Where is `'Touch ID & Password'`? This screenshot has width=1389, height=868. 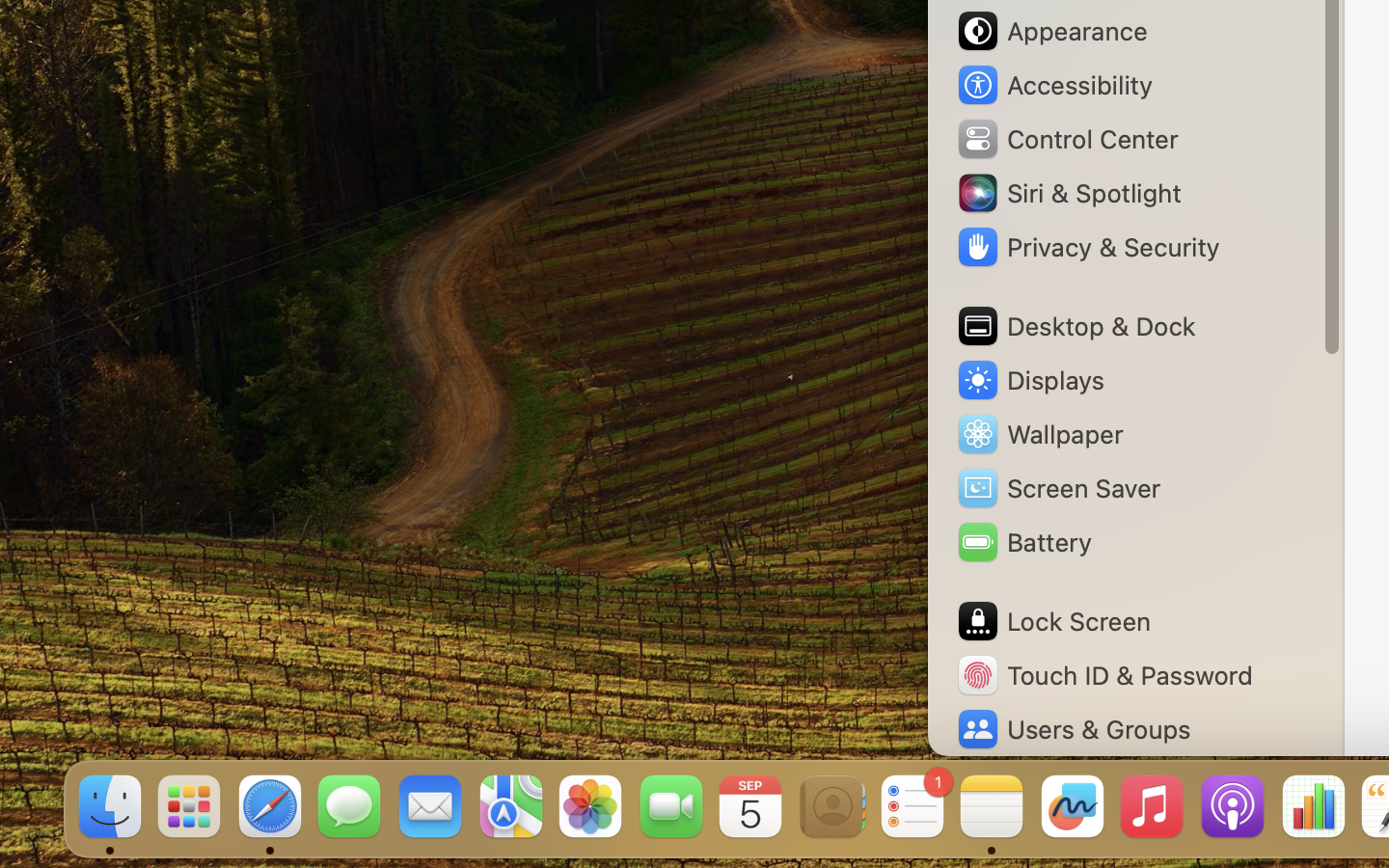
'Touch ID & Password' is located at coordinates (1103, 674).